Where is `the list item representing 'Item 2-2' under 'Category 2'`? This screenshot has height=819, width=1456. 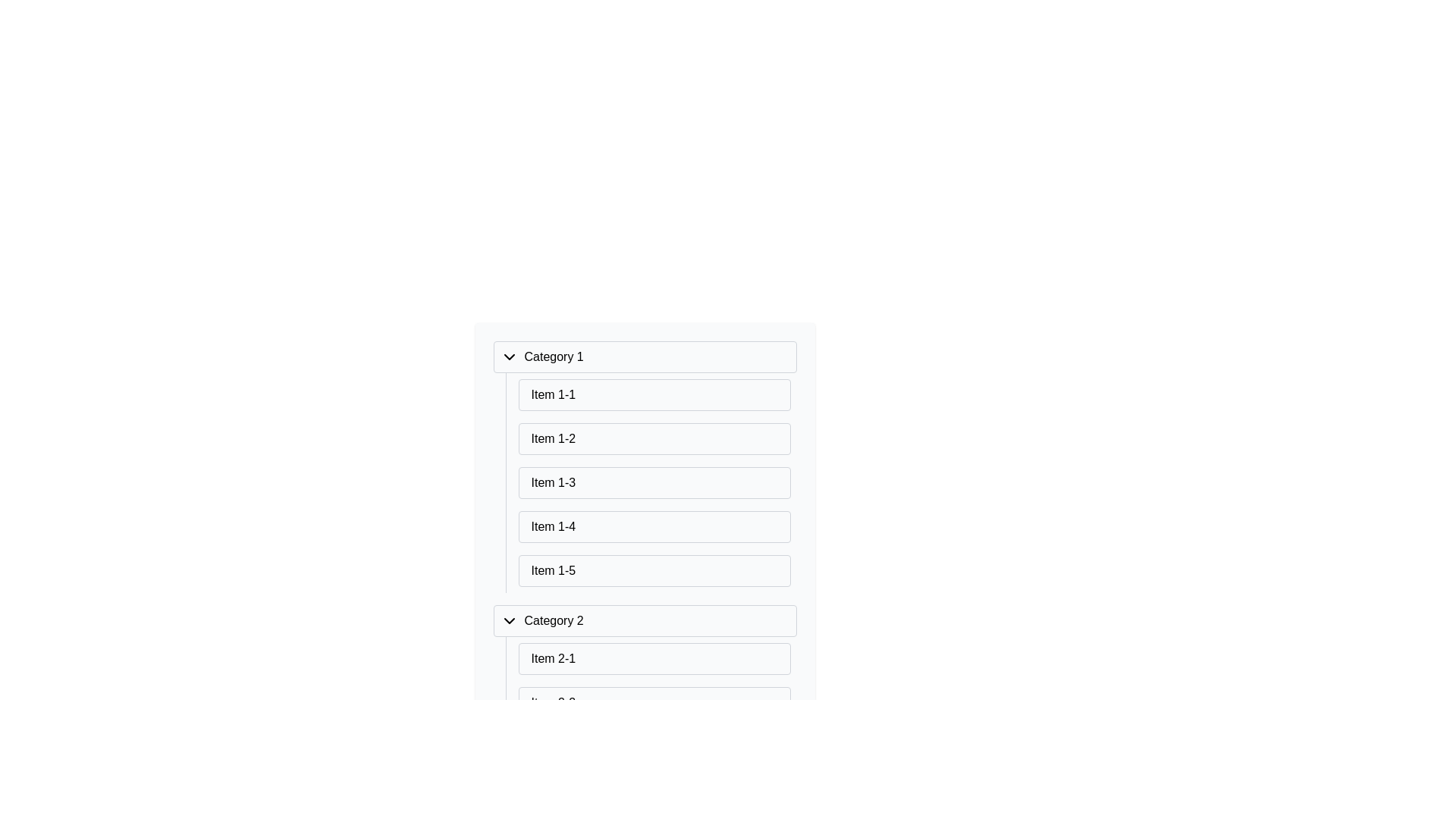
the list item representing 'Item 2-2' under 'Category 2' is located at coordinates (654, 702).